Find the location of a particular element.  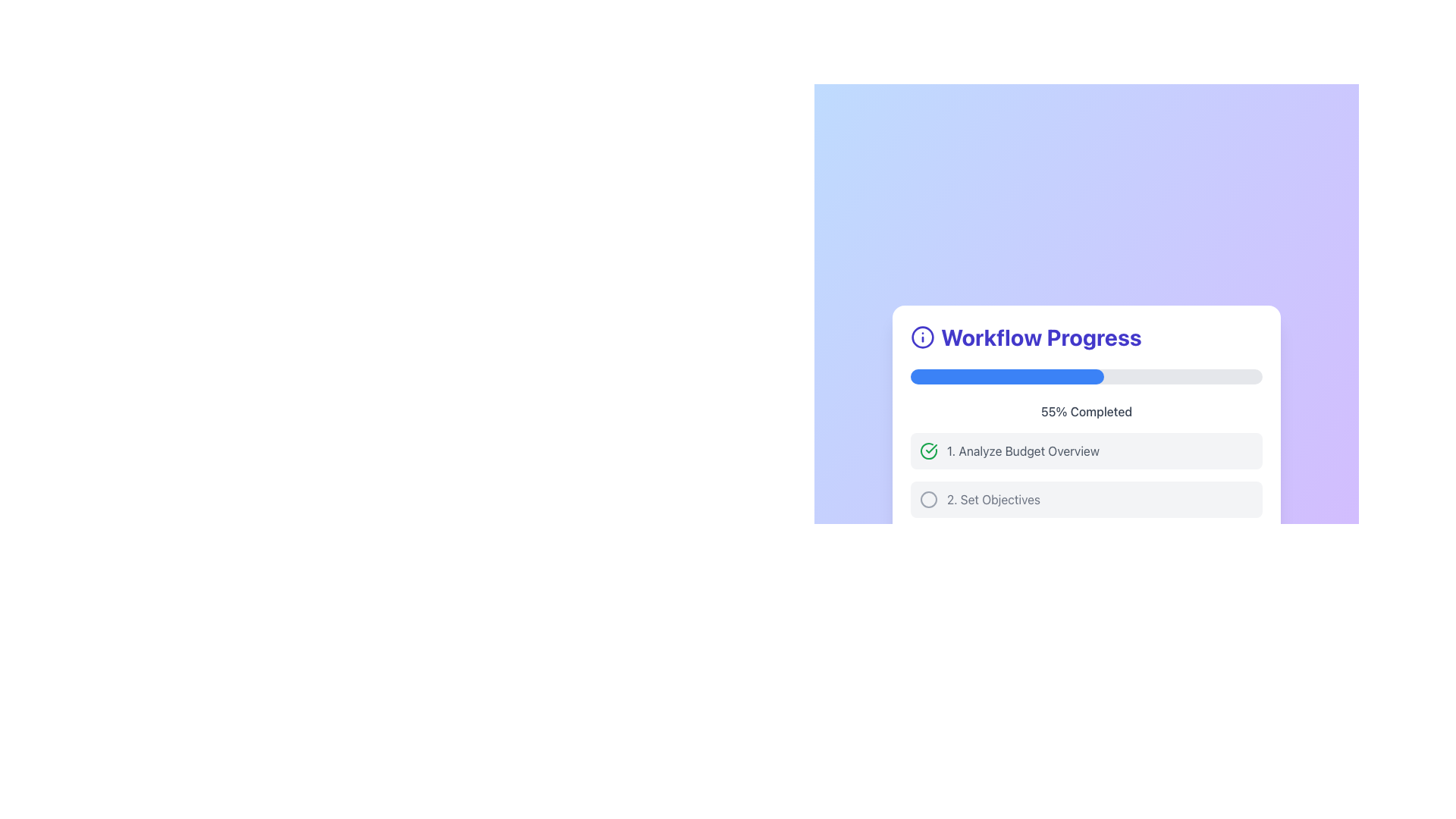

the Progress bar indicating 55% completion within the 'Workflow Progress' section is located at coordinates (1007, 376).